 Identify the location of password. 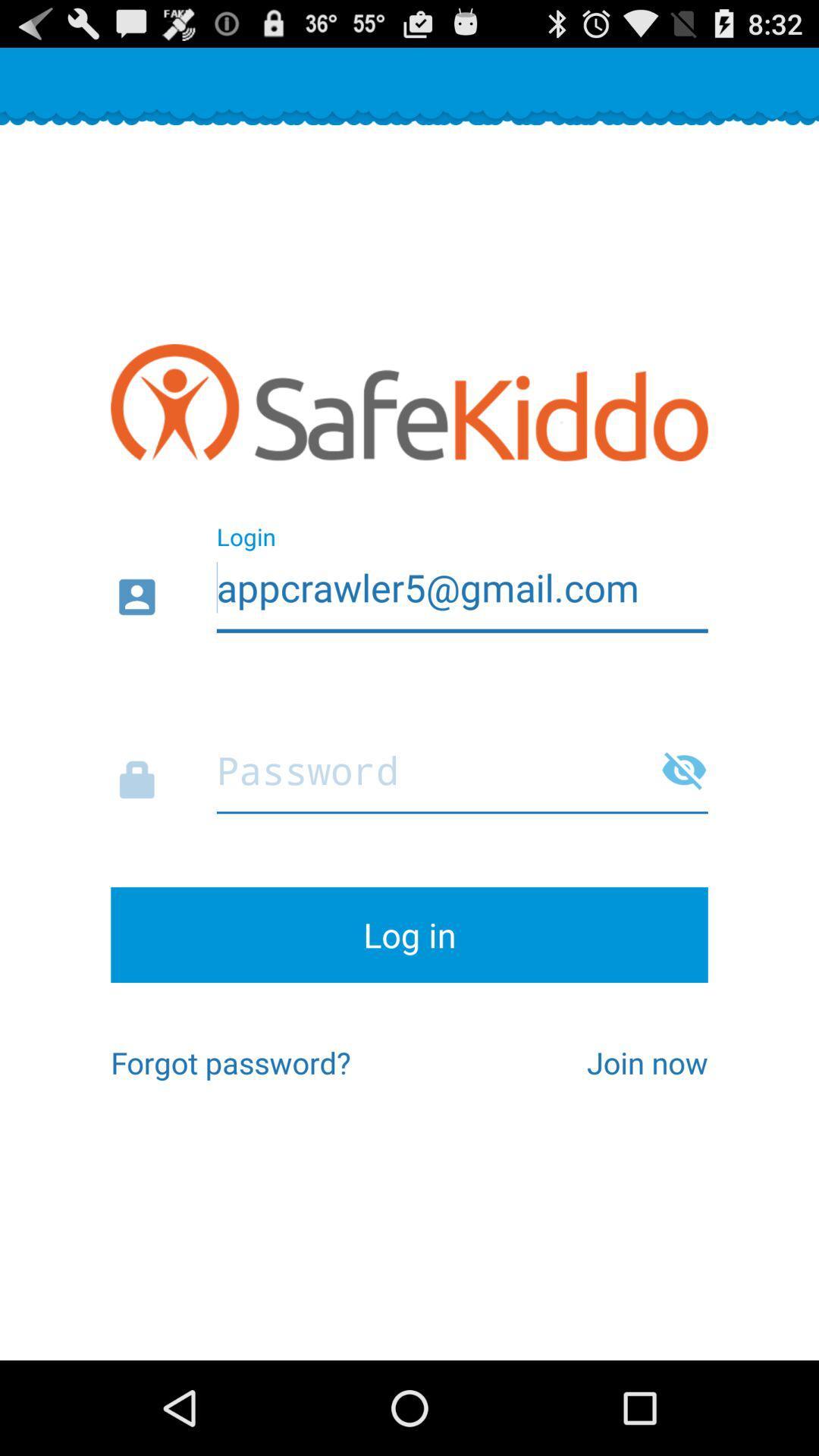
(409, 766).